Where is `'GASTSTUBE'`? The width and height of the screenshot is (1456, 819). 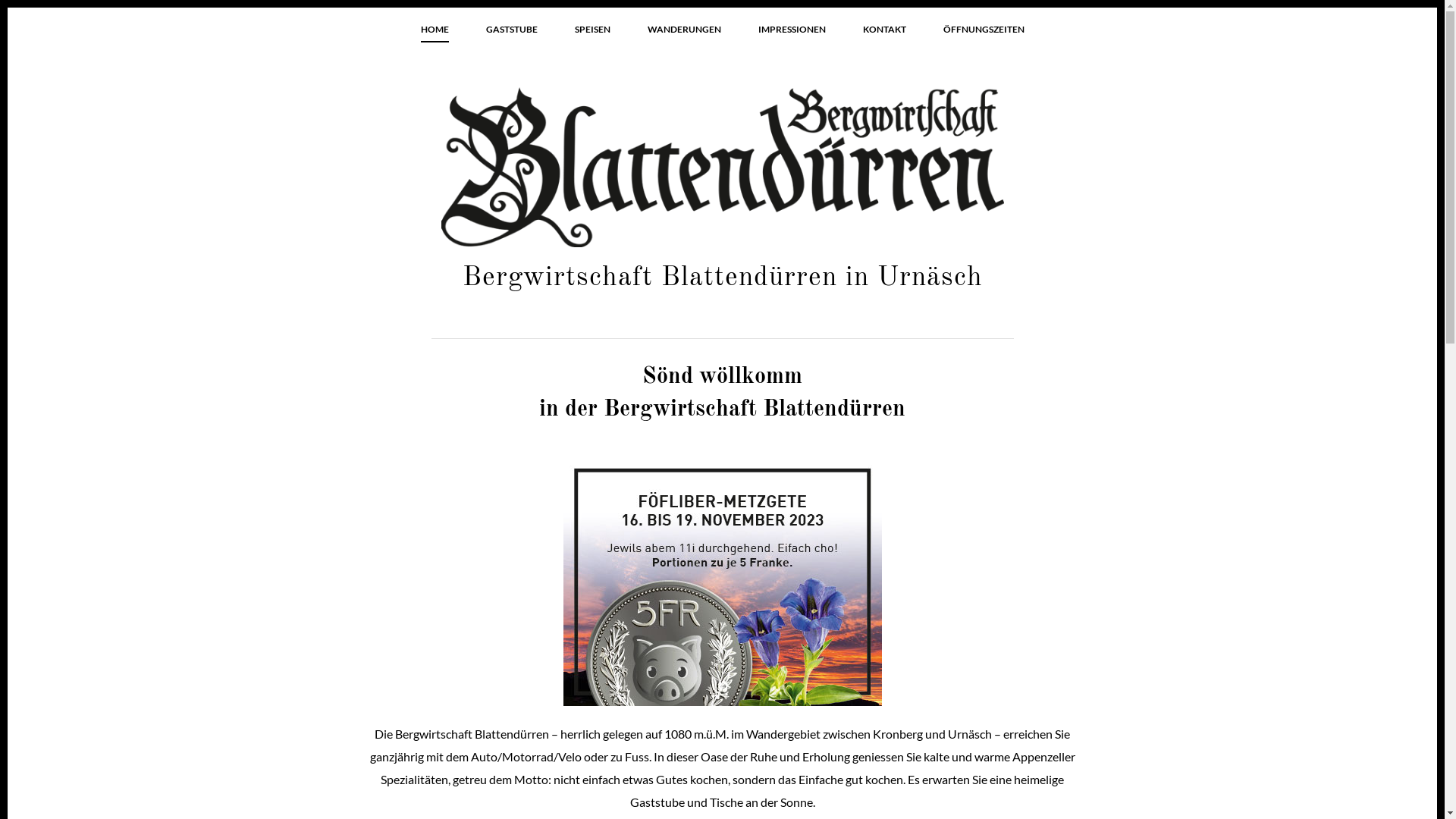 'GASTSTUBE' is located at coordinates (512, 29).